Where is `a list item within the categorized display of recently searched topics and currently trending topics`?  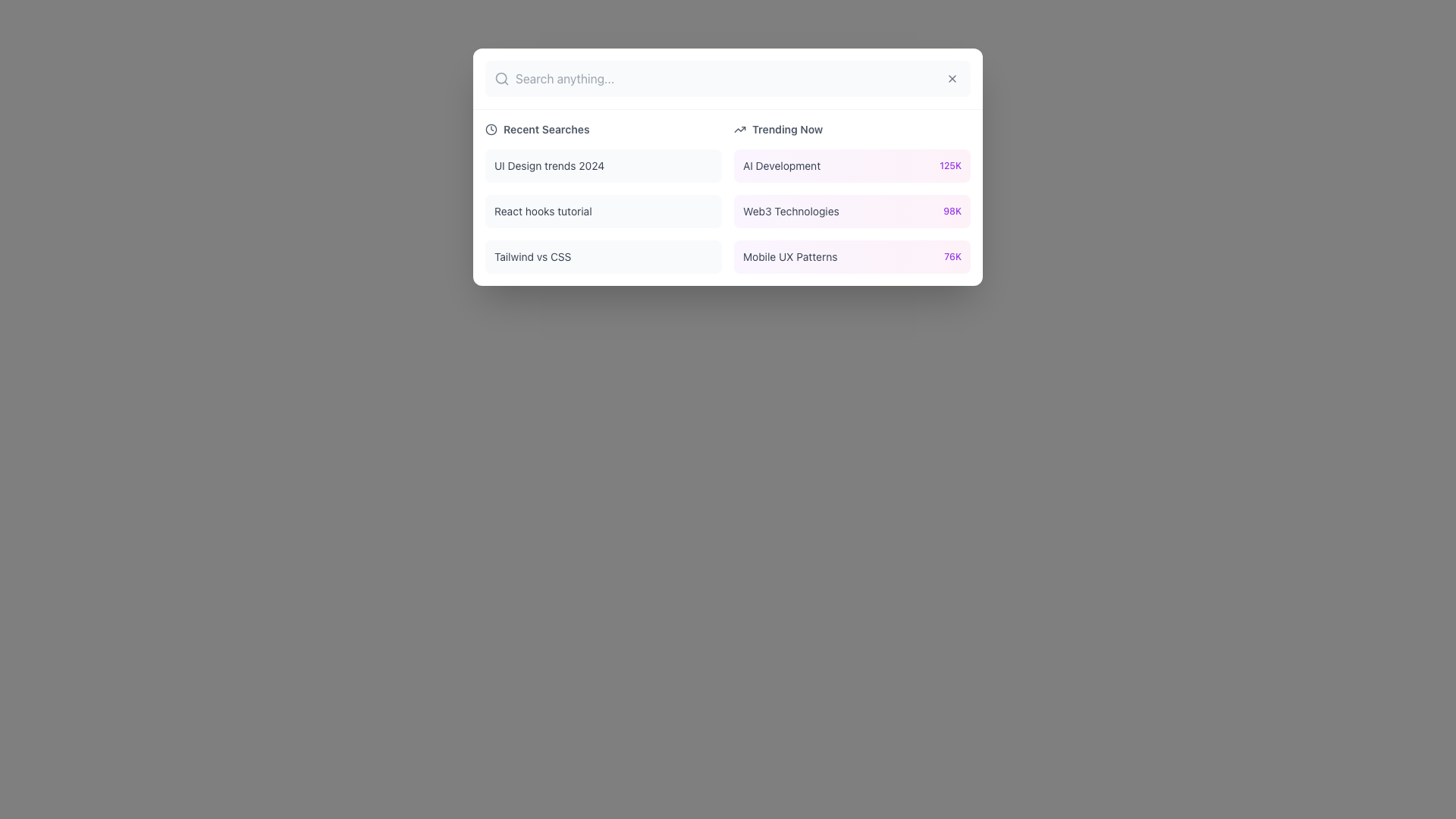
a list item within the categorized display of recently searched topics and currently trending topics is located at coordinates (728, 197).